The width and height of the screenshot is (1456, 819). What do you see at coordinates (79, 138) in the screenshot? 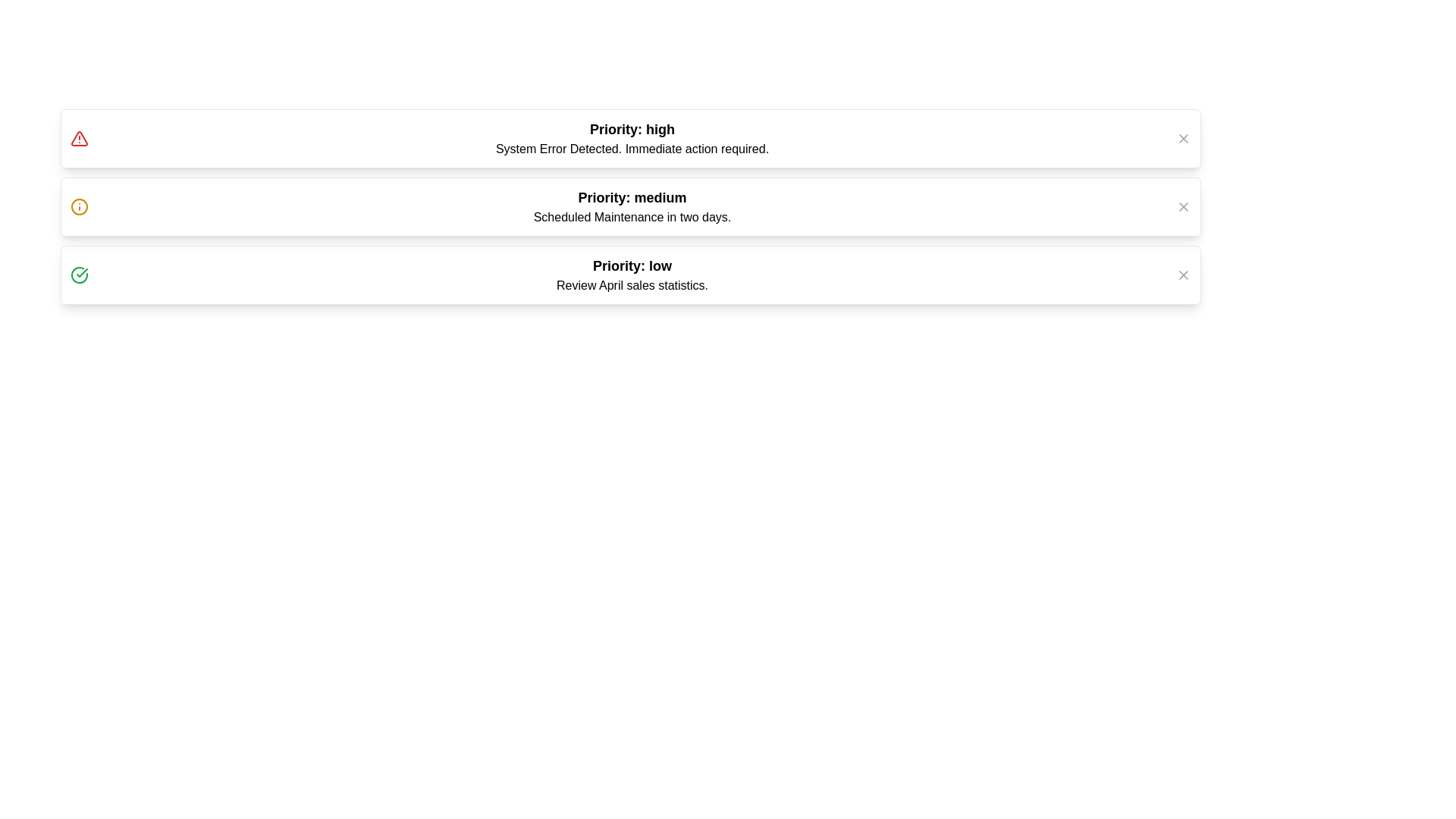
I see `the icon of the alert with priority high` at bounding box center [79, 138].